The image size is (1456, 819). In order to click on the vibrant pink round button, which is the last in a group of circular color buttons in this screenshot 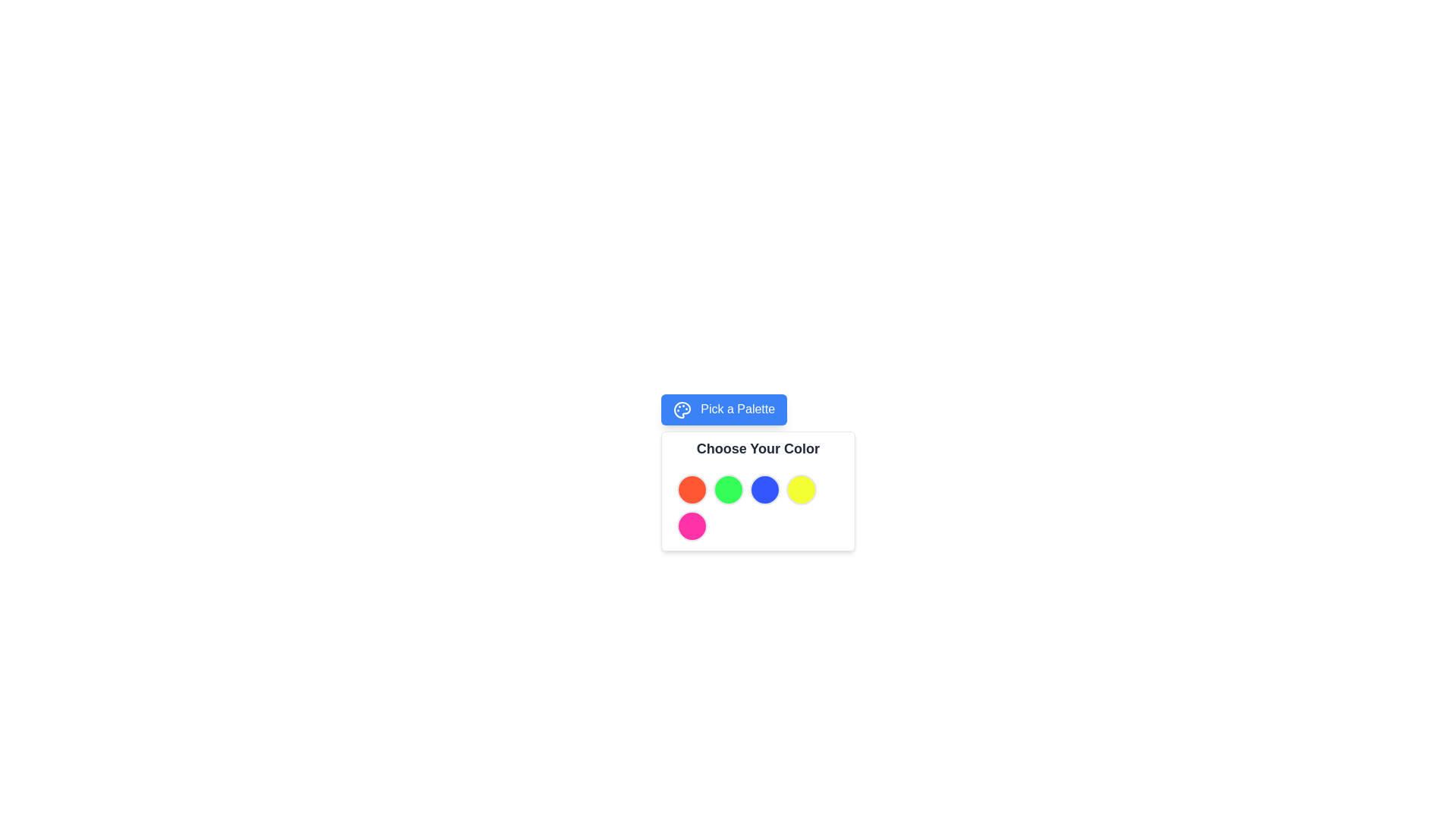, I will do `click(691, 525)`.